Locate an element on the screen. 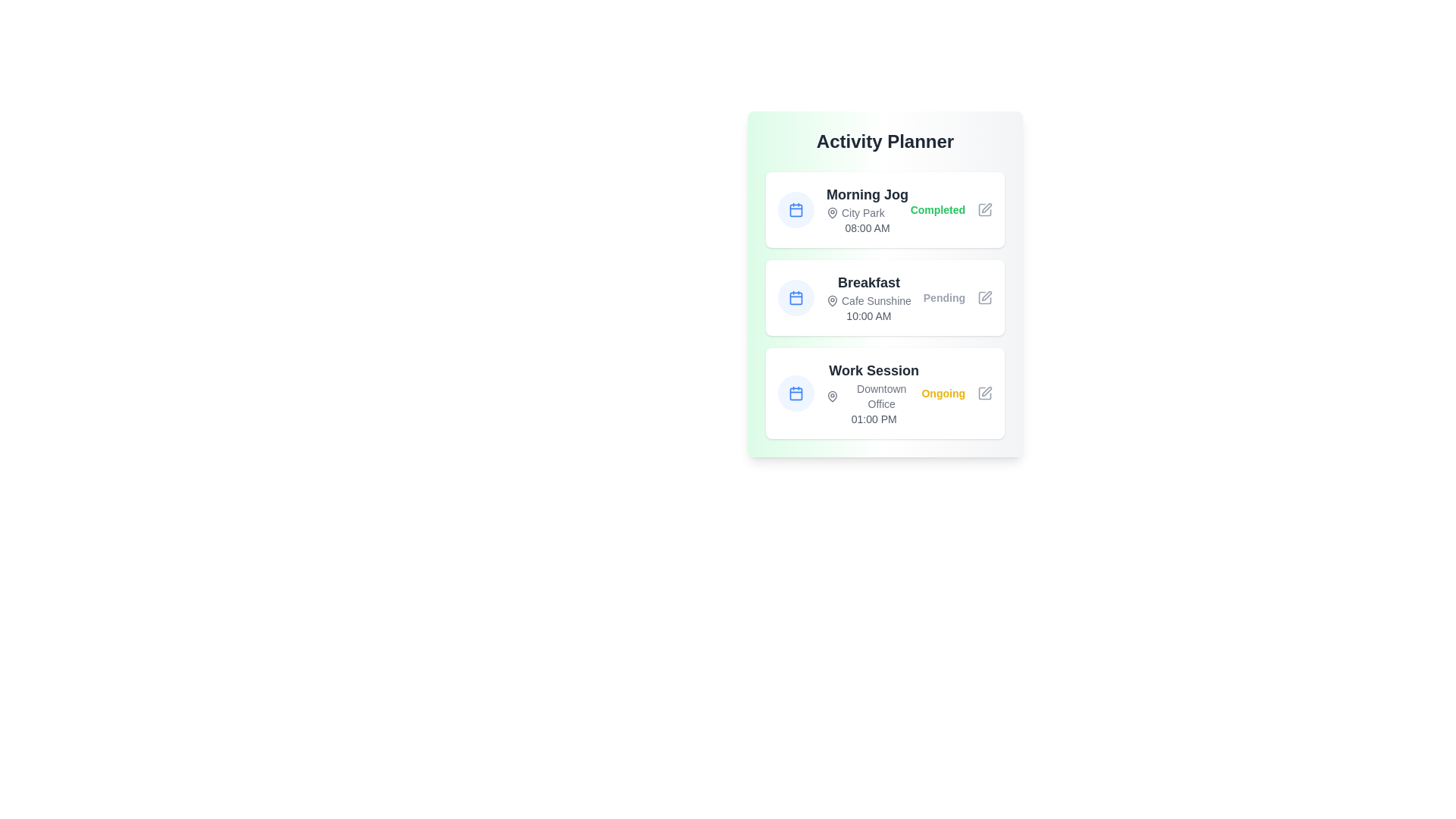  the Location marker icon that visually marks the associated location text 'City Park' within the 'Morning Jog' planner entry is located at coordinates (832, 213).